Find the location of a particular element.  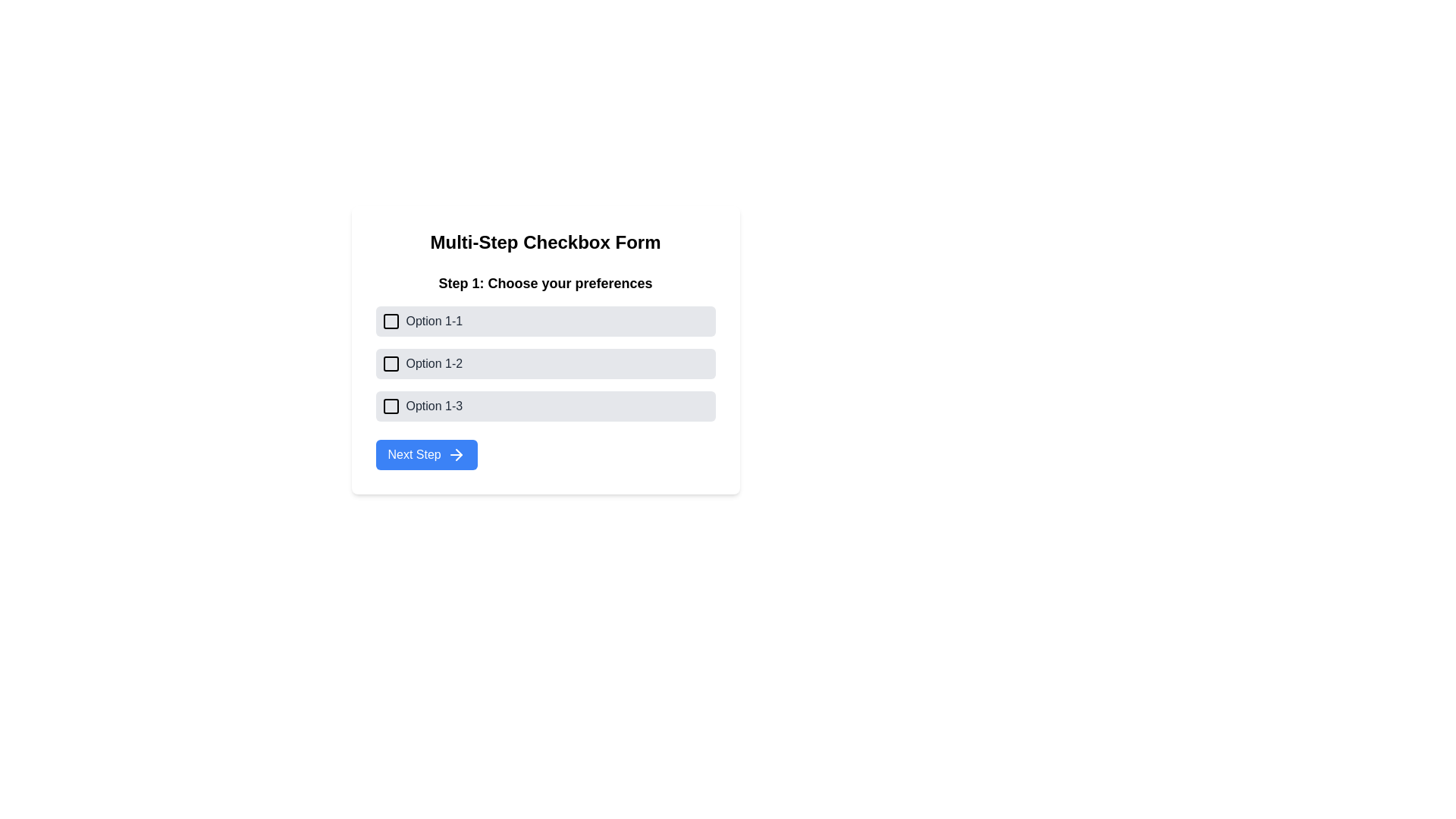

the checkbox for 'Option 1-2', which is a small square with rounded corners embedded in a light gray background is located at coordinates (391, 363).